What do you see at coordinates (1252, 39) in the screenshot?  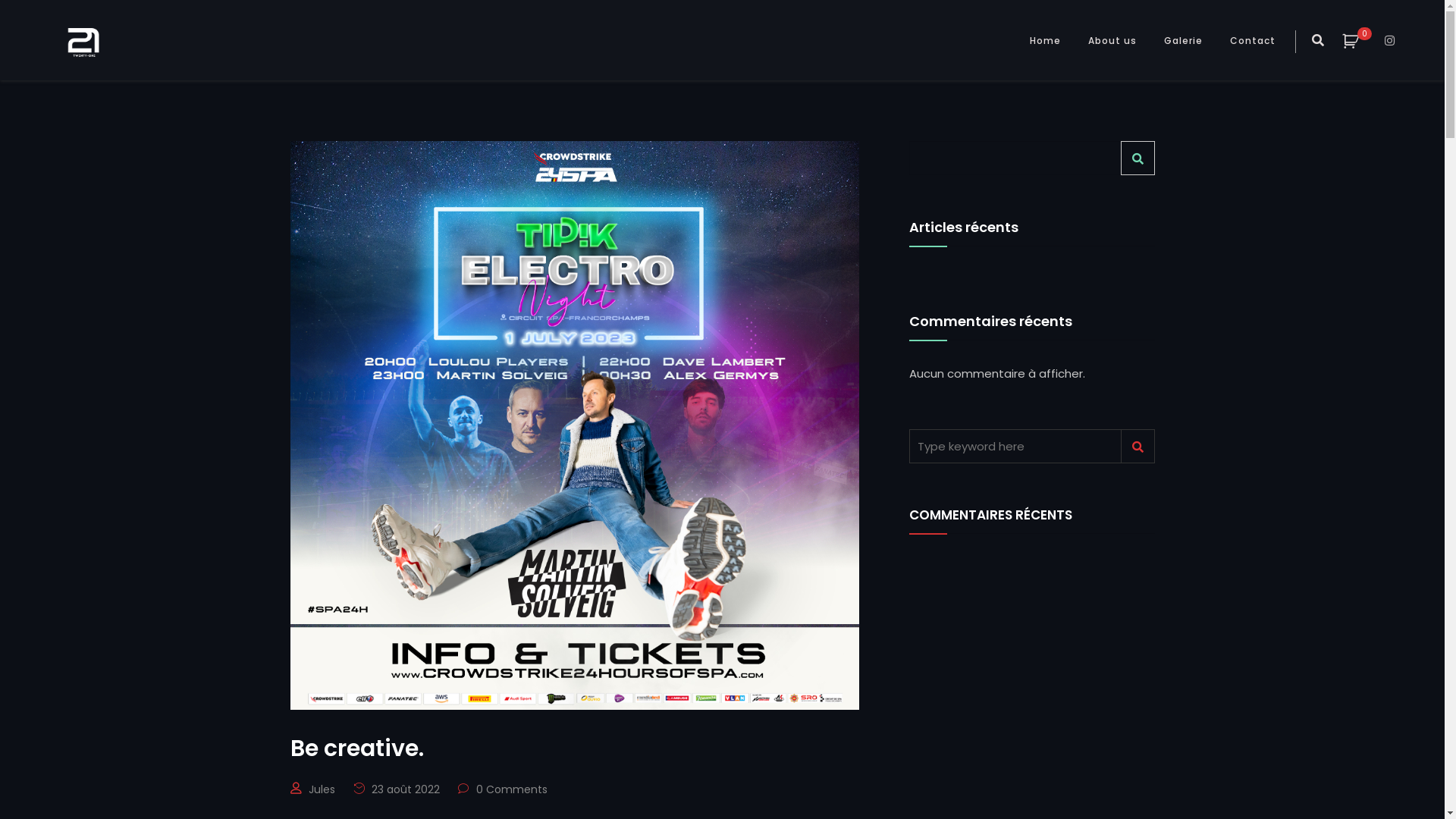 I see `'Contact'` at bounding box center [1252, 39].